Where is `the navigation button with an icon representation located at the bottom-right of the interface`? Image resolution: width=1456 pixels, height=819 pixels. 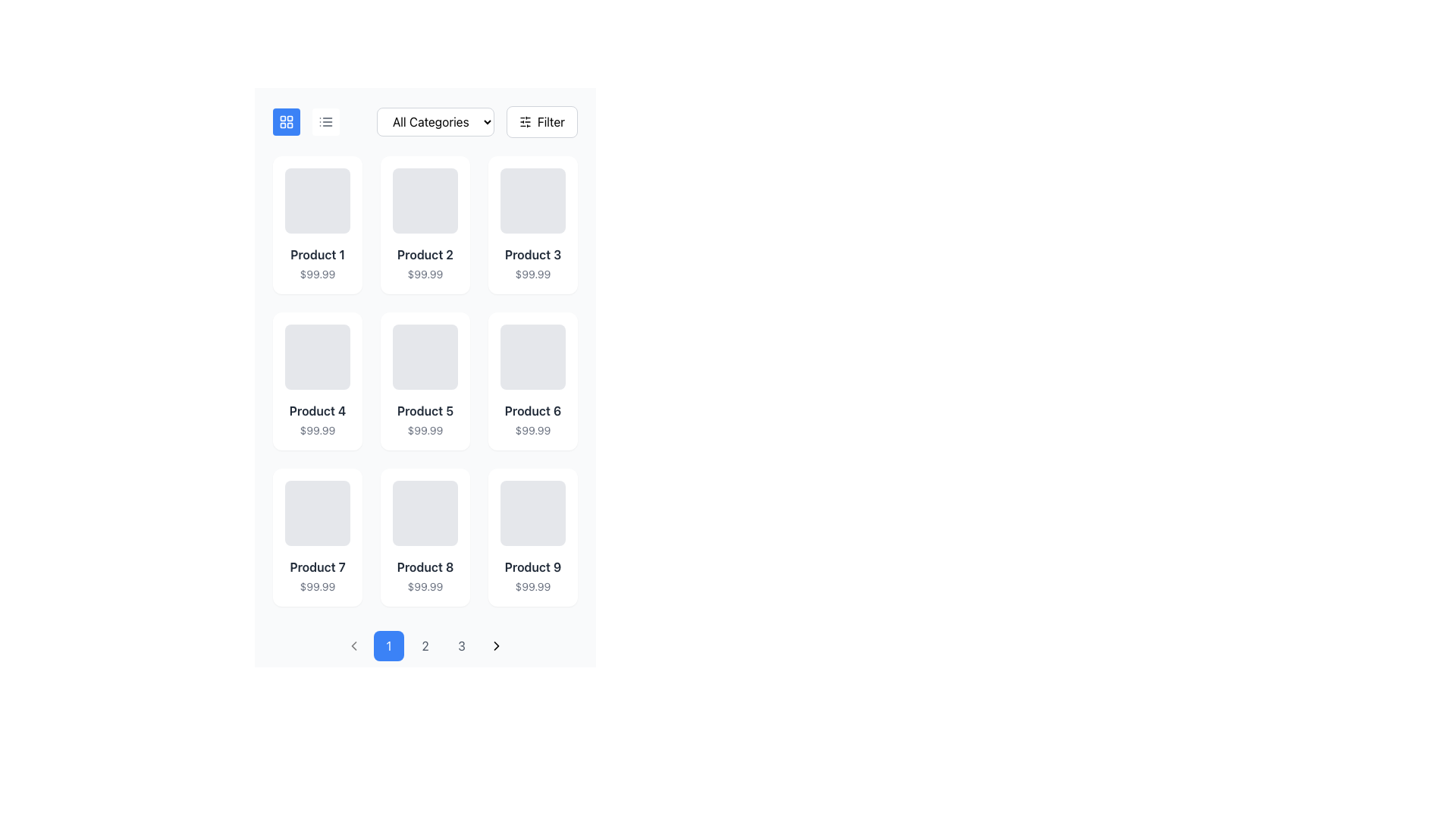
the navigation button with an icon representation located at the bottom-right of the interface is located at coordinates (496, 646).